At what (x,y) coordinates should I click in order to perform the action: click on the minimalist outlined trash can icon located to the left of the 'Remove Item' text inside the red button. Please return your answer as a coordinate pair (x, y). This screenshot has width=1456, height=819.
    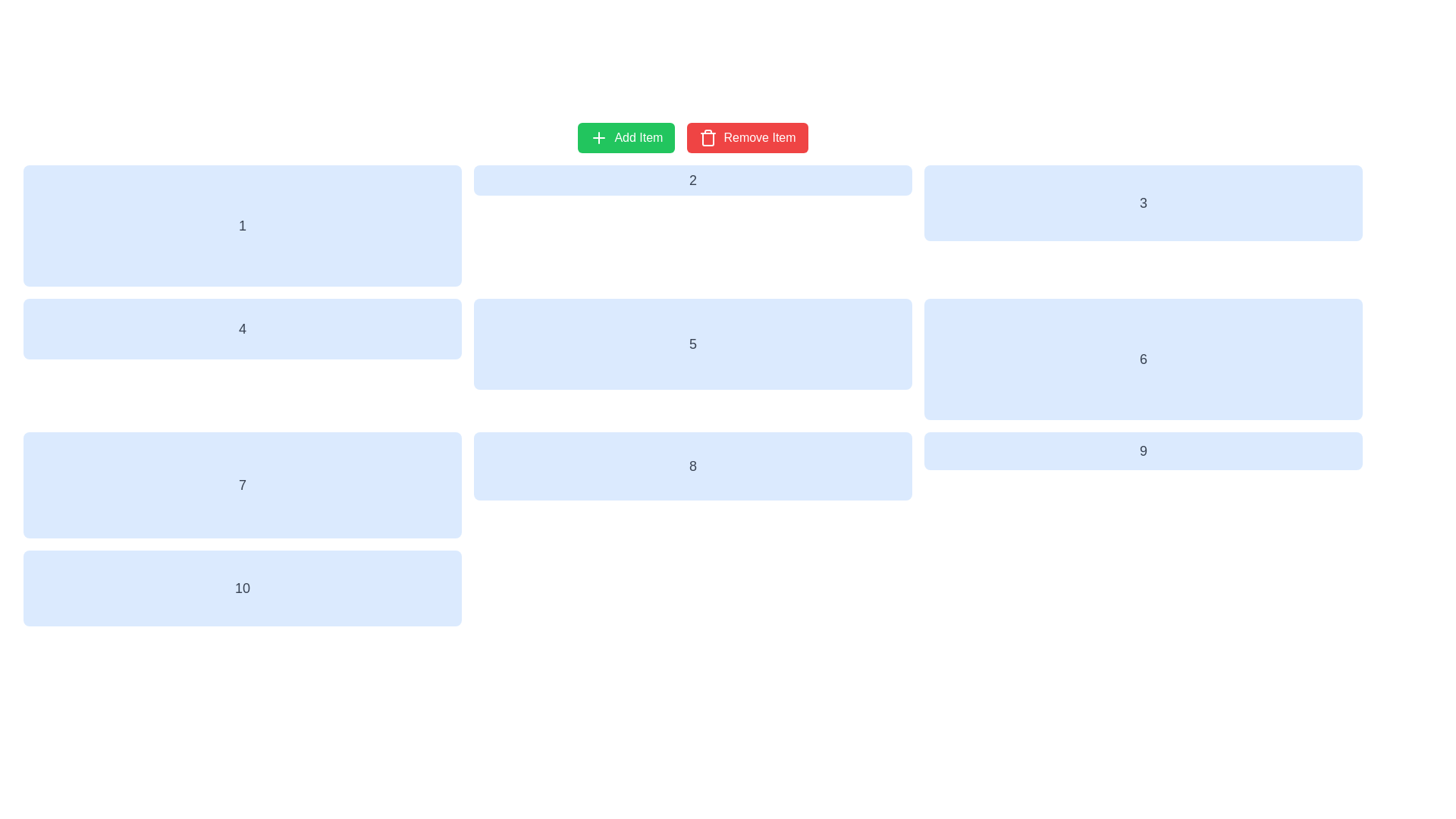
    Looking at the image, I should click on (708, 137).